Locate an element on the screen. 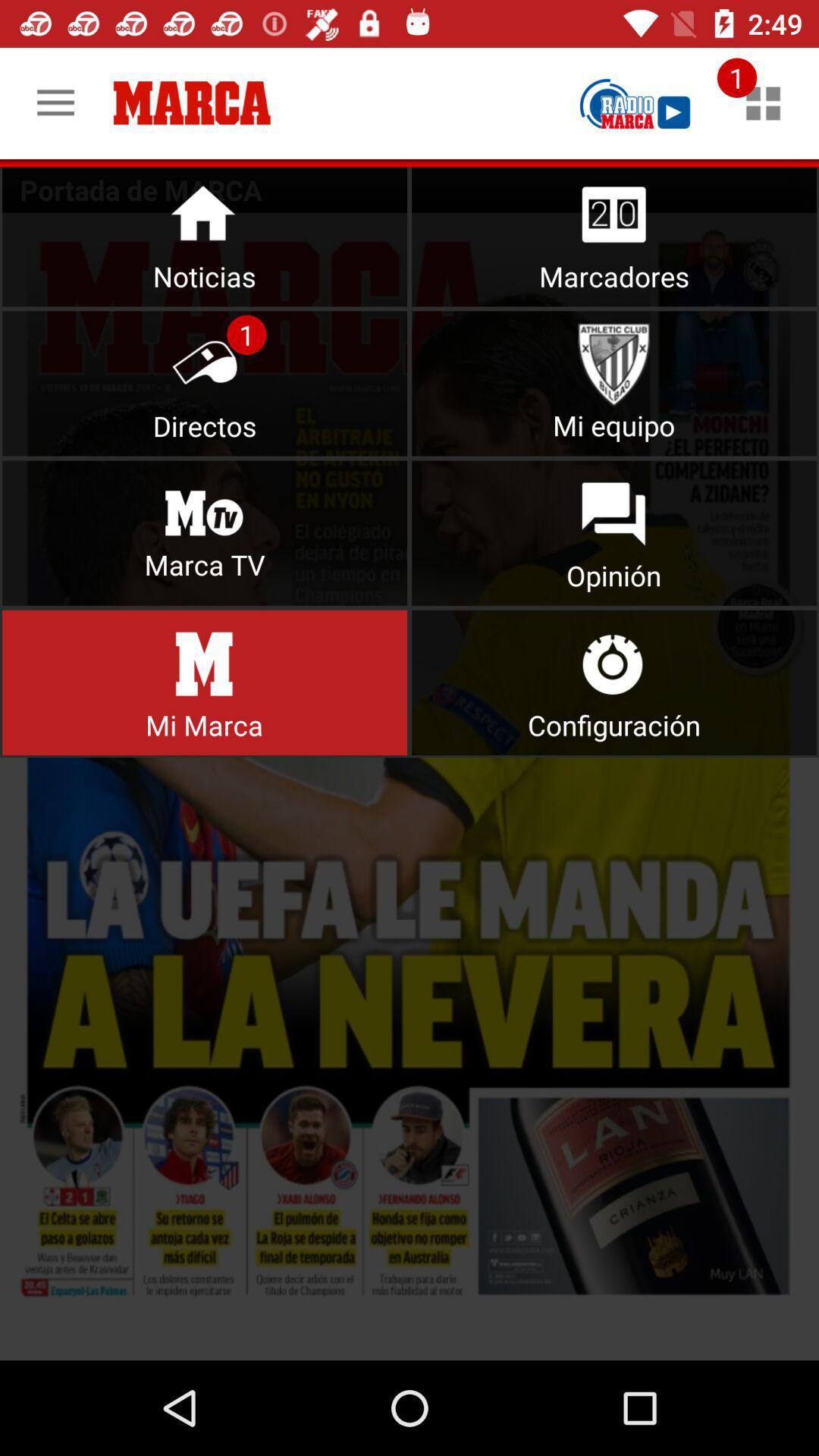 The image size is (819, 1456). open scores is located at coordinates (614, 233).